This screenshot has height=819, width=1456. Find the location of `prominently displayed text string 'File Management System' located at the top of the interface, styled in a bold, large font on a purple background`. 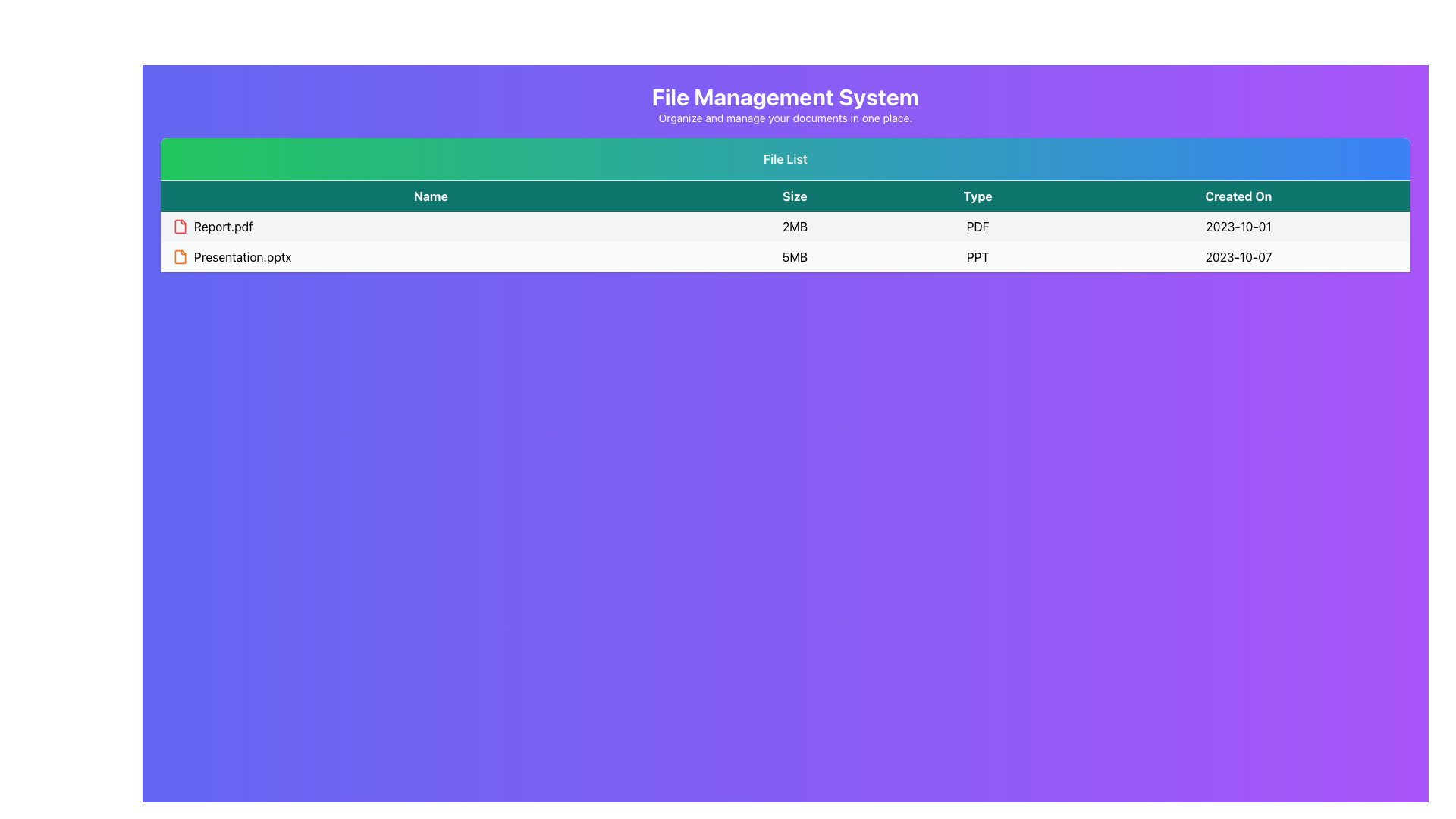

prominently displayed text string 'File Management System' located at the top of the interface, styled in a bold, large font on a purple background is located at coordinates (786, 96).